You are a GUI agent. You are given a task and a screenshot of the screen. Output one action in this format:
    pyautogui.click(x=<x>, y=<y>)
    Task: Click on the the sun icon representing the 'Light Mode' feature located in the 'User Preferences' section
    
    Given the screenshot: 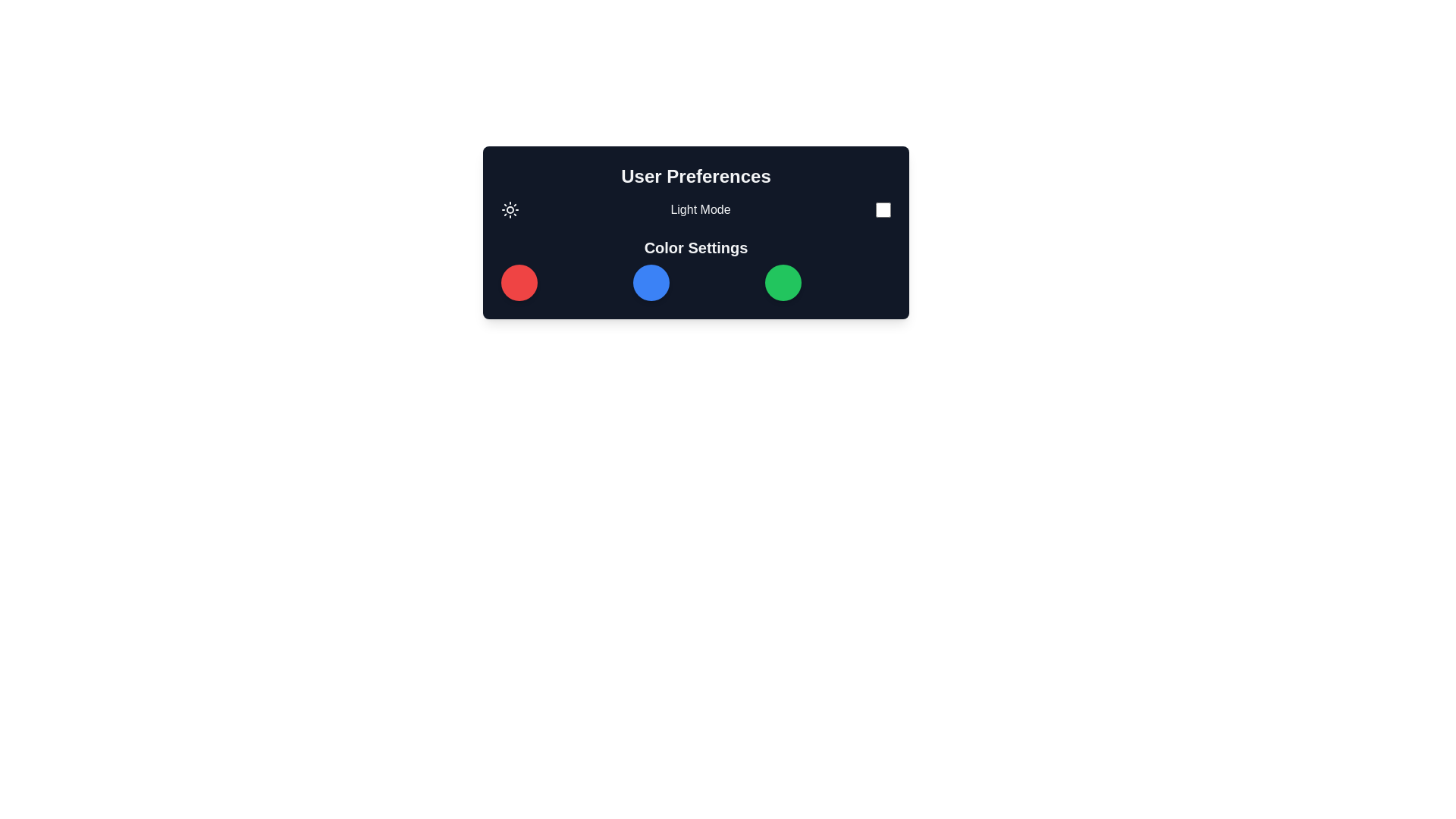 What is the action you would take?
    pyautogui.click(x=510, y=210)
    